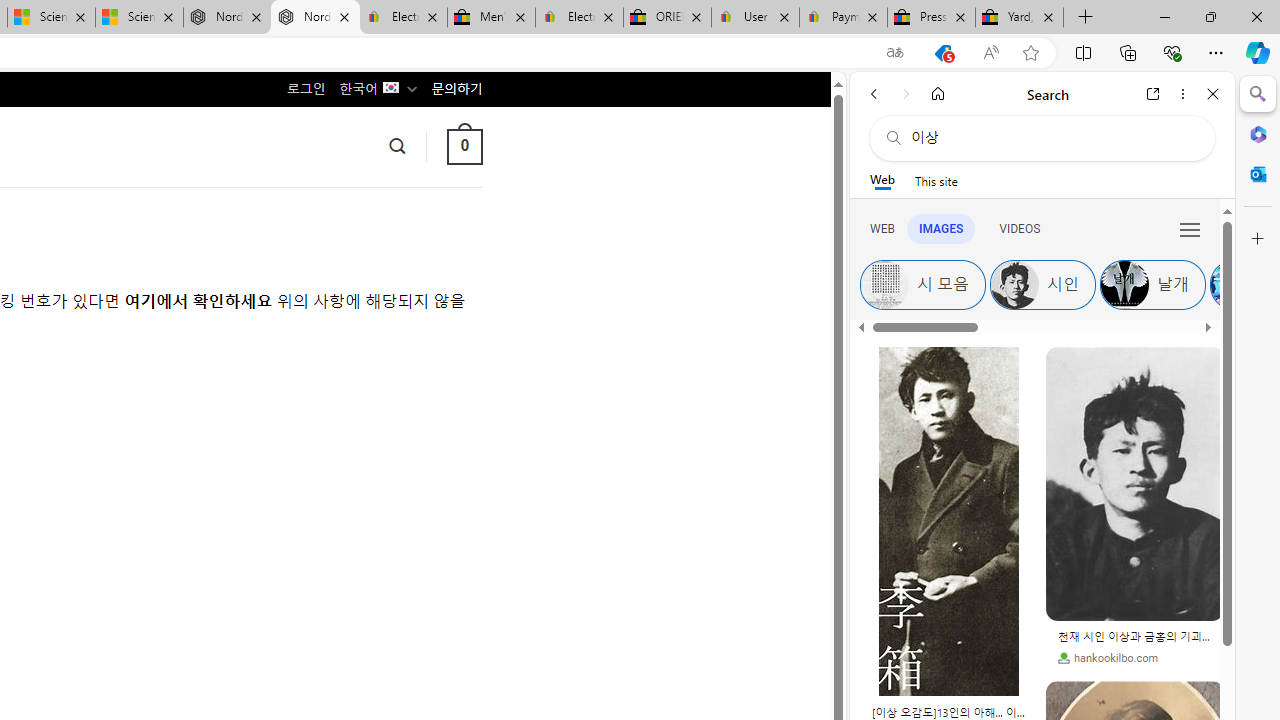  What do you see at coordinates (1107, 658) in the screenshot?
I see `'hankookilbo.com'` at bounding box center [1107, 658].